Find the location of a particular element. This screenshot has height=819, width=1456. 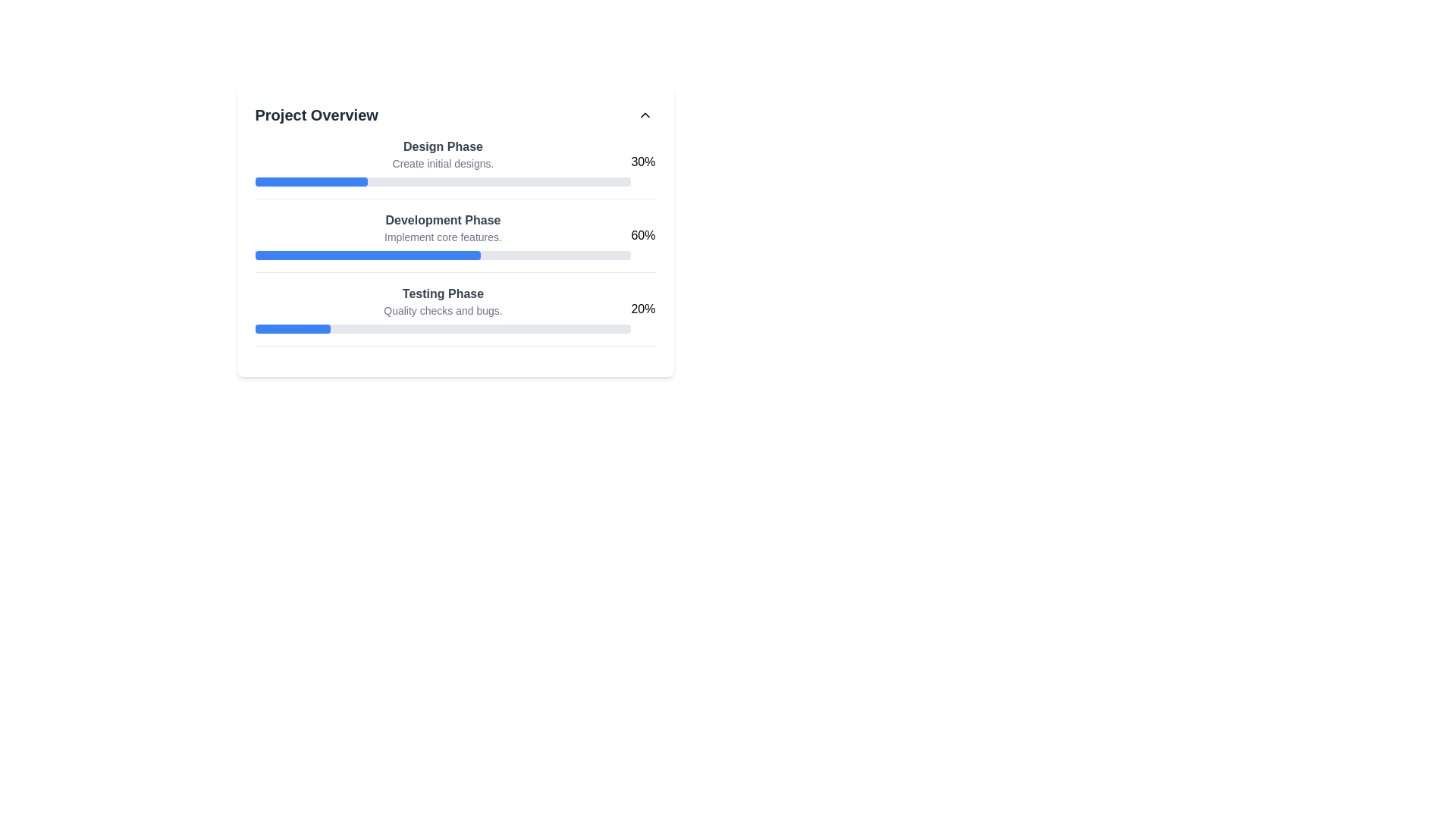

phase descriptions from the 'Project Overview' composite UI element, which includes sections for 'Design Phase,' 'Development Phase,' and 'Testing Phase.' is located at coordinates (454, 231).